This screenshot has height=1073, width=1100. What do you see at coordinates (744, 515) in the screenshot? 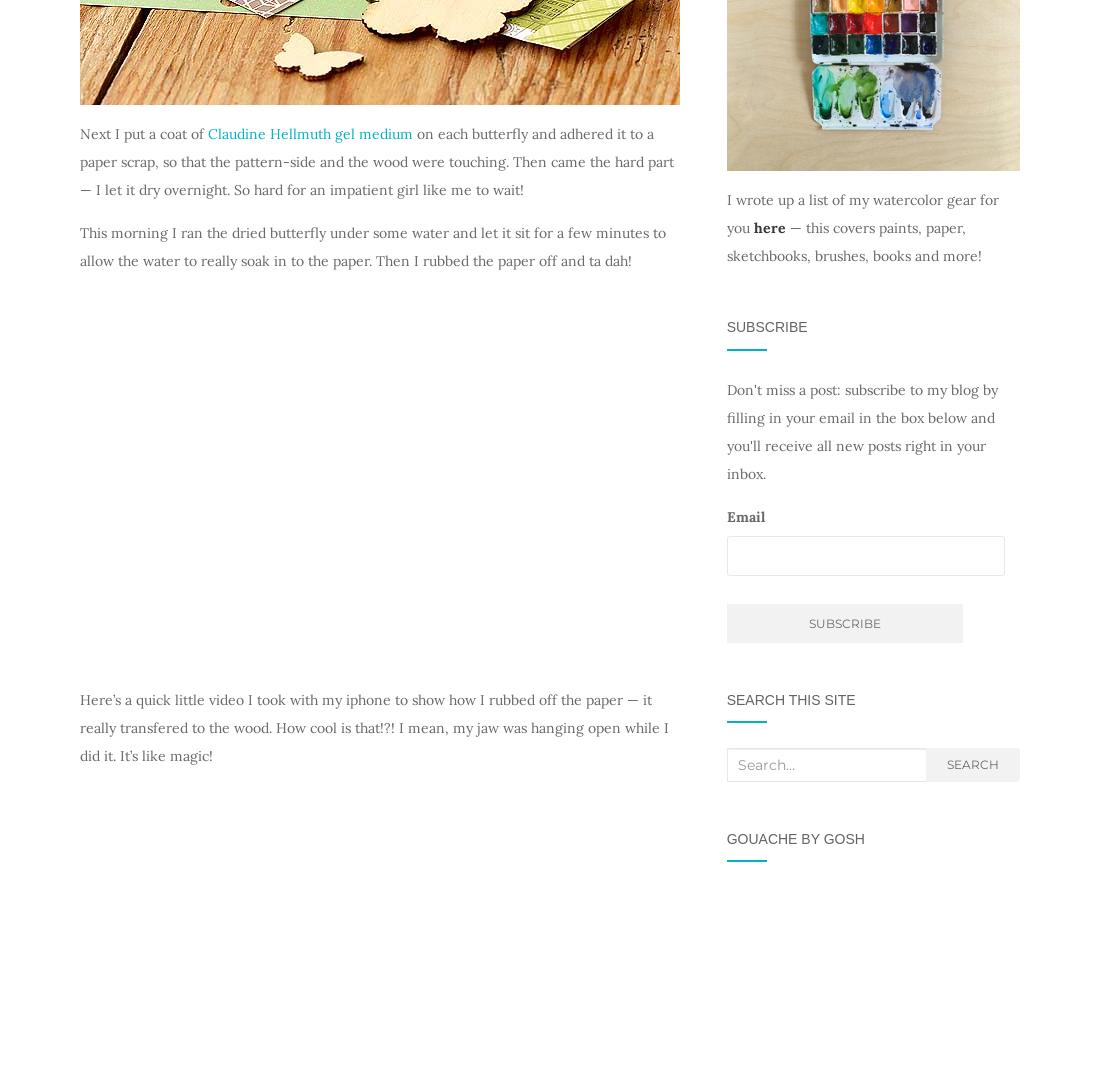
I see `'Email'` at bounding box center [744, 515].